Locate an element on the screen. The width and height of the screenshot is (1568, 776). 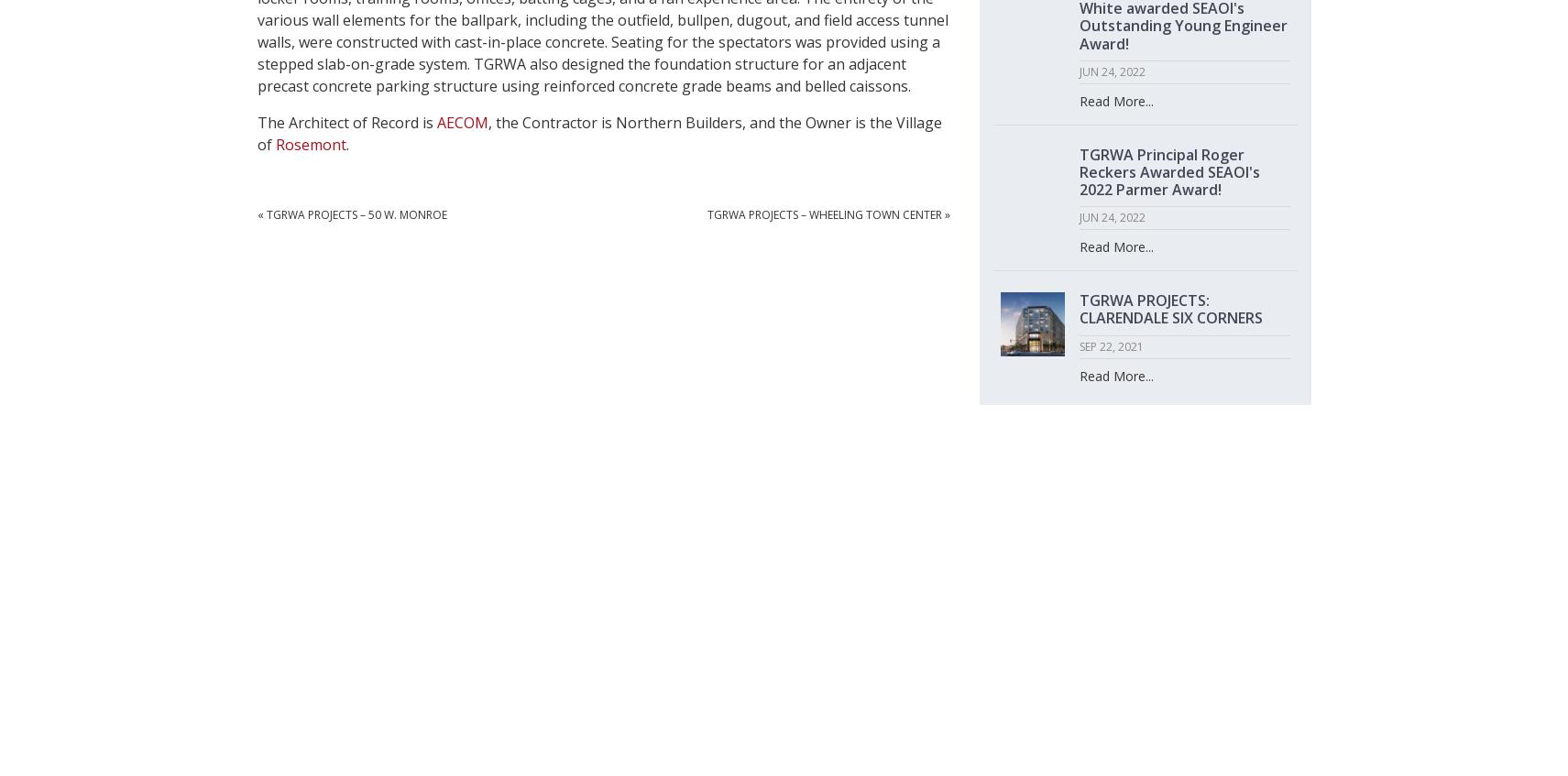
'TGRWA Projects – Wheeling Town Center' is located at coordinates (705, 213).